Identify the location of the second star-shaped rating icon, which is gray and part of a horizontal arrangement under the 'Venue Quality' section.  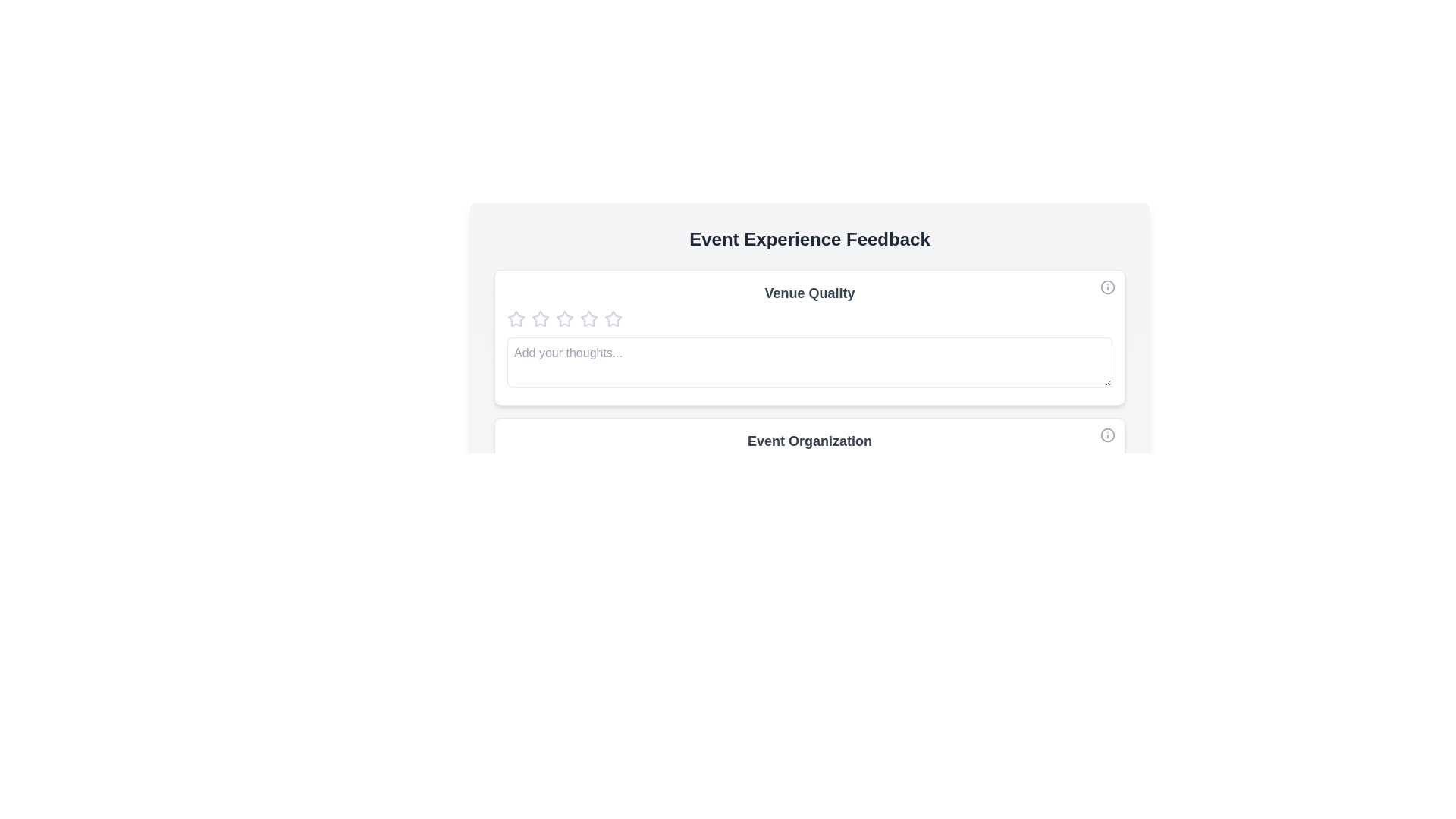
(563, 318).